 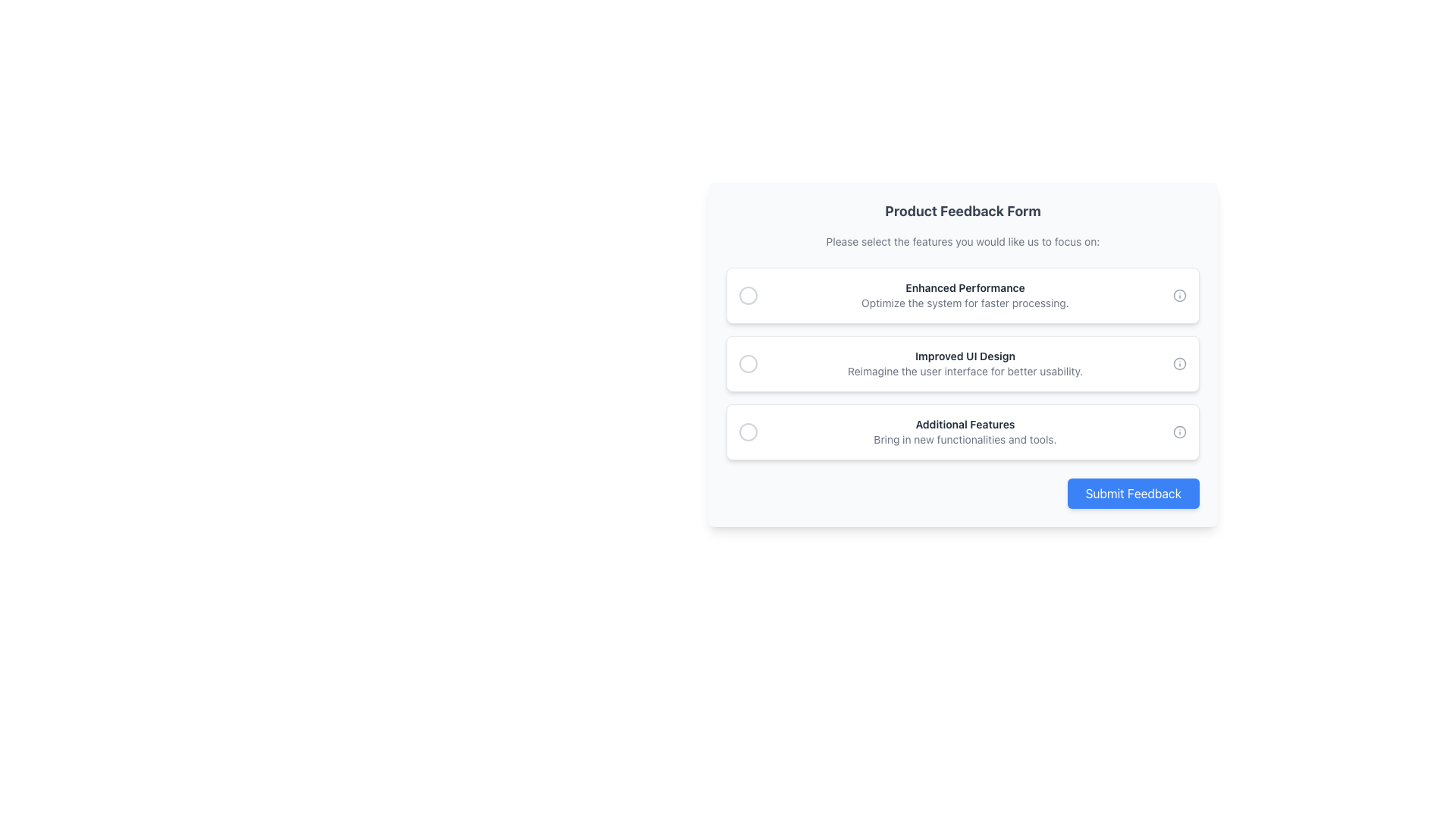 What do you see at coordinates (748, 432) in the screenshot?
I see `the radio button for 'Additional Features'` at bounding box center [748, 432].